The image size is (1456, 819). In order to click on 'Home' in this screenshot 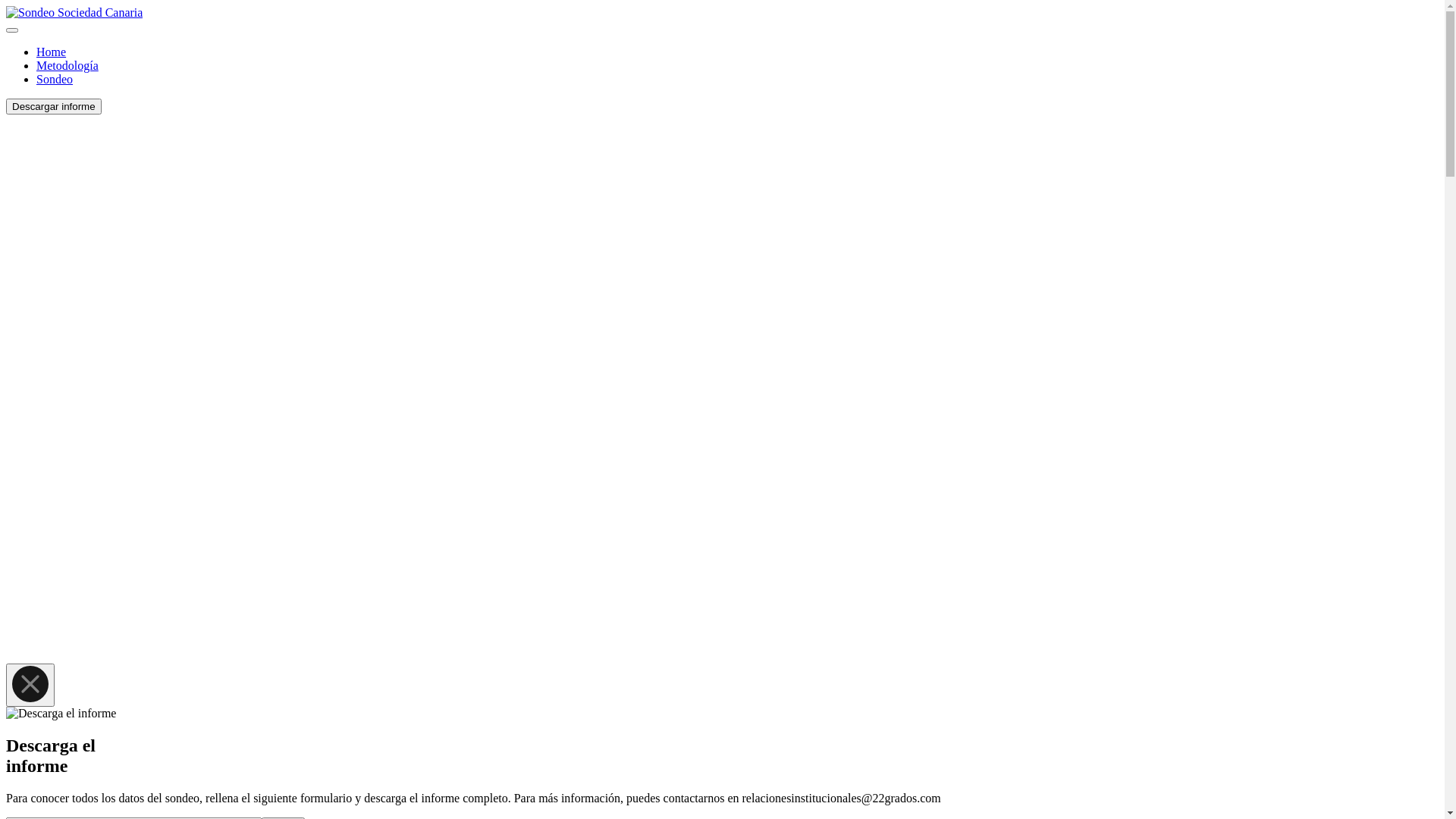, I will do `click(51, 51)`.